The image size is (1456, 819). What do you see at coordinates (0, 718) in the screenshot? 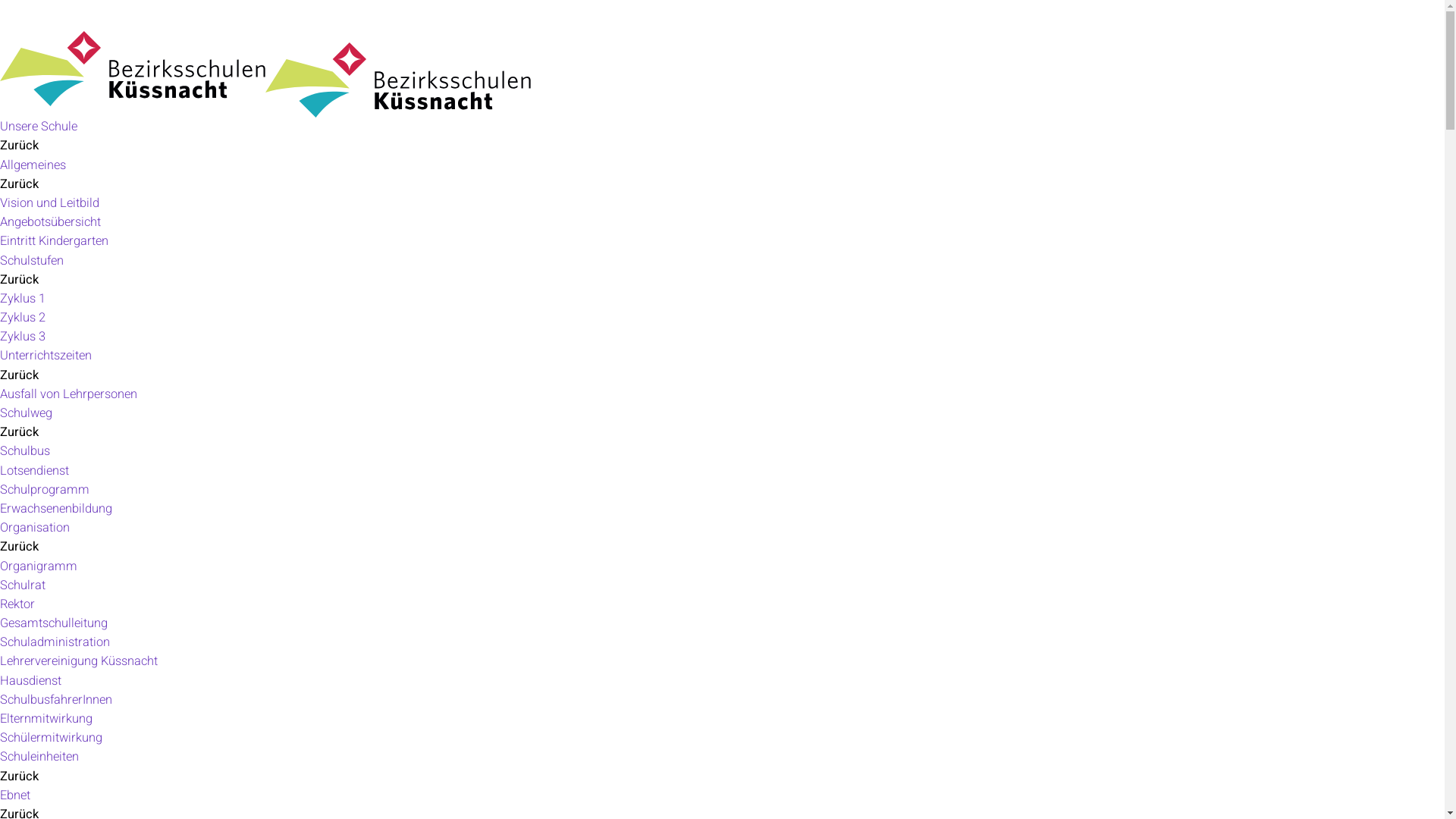
I see `'Elternmitwirkung'` at bounding box center [0, 718].